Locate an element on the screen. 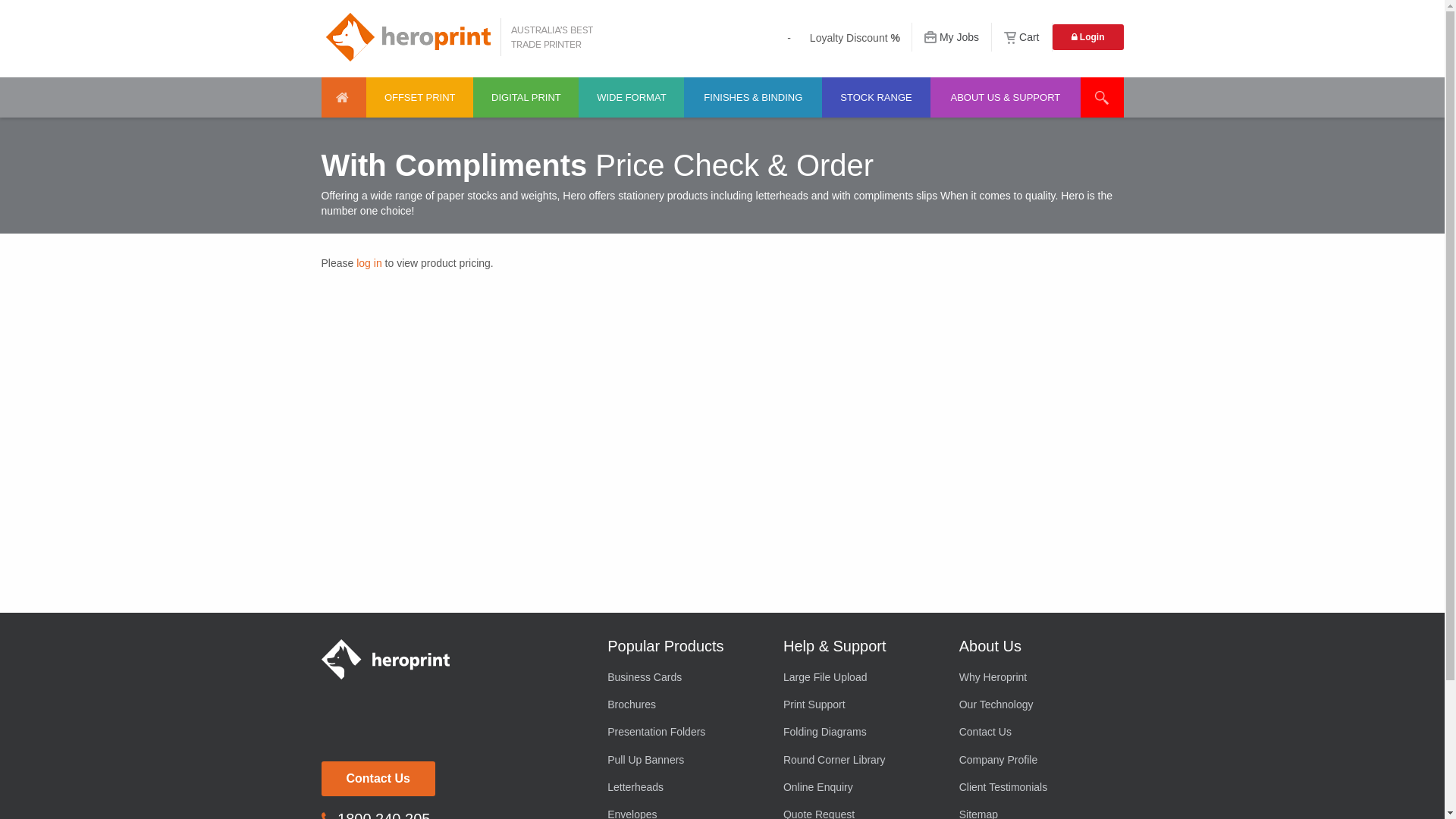  'Contact Us' is located at coordinates (378, 778).